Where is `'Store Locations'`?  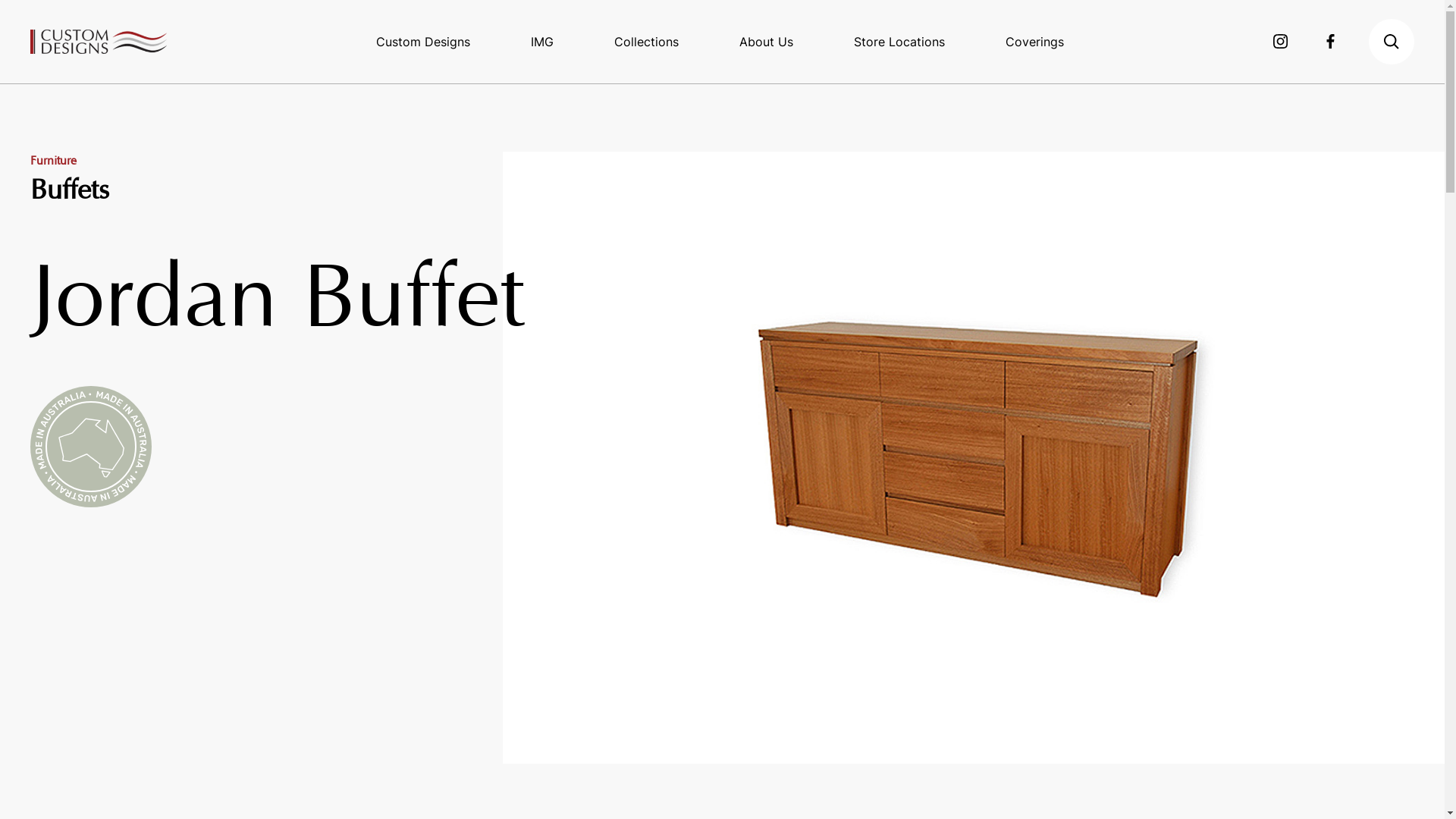 'Store Locations' is located at coordinates (899, 40).